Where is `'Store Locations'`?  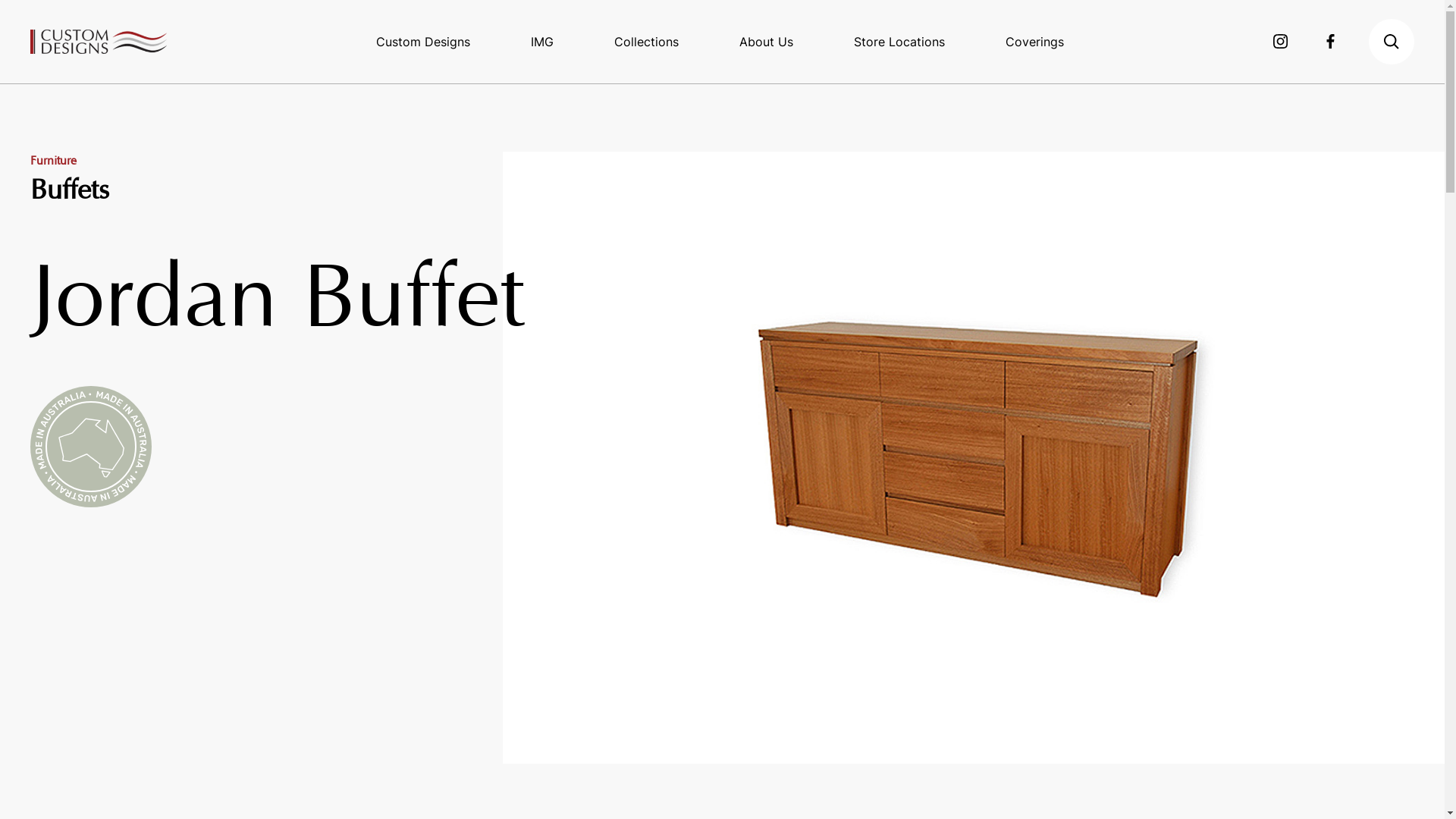 'Store Locations' is located at coordinates (899, 40).